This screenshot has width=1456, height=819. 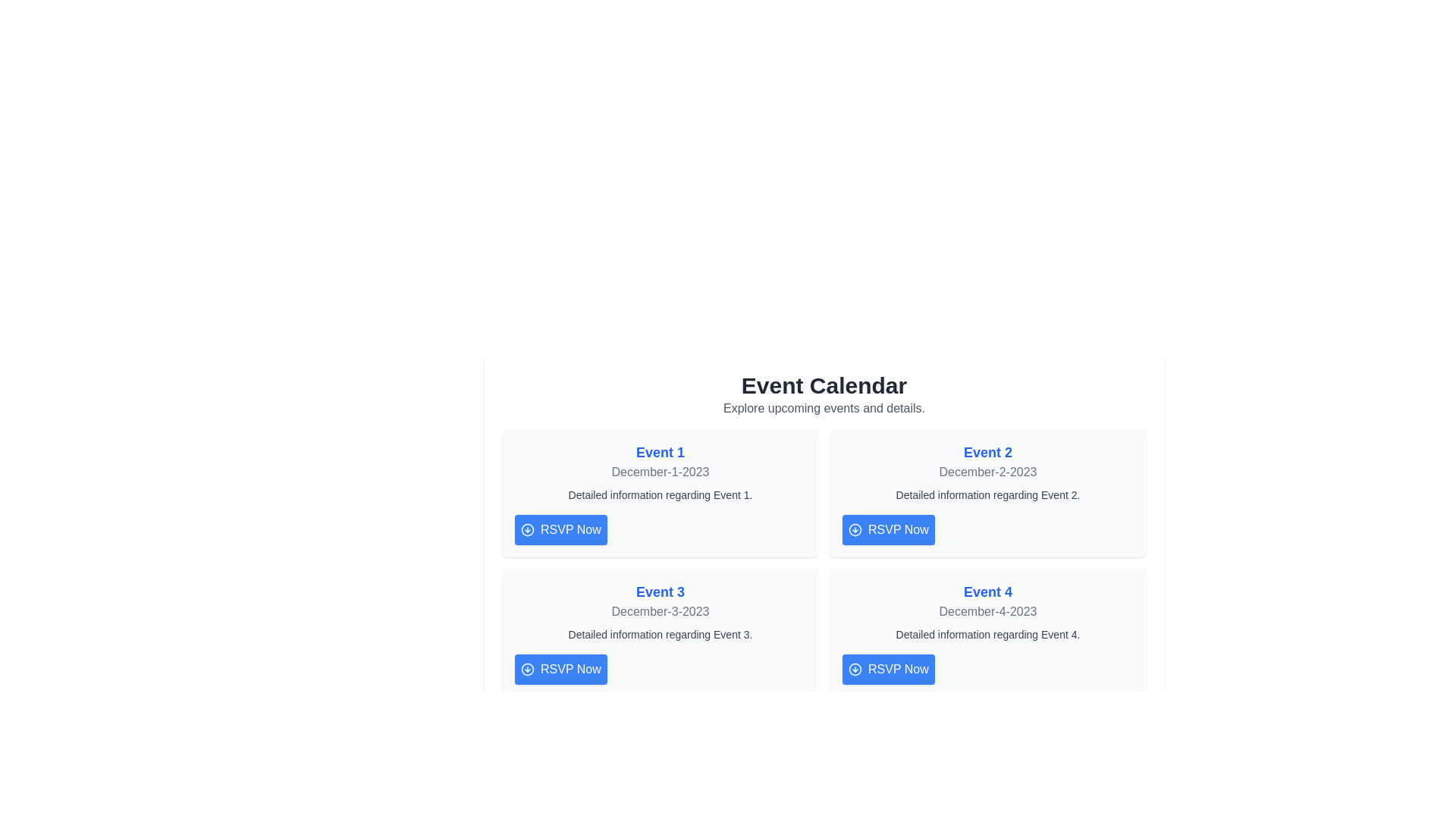 I want to click on the circular icon with a blue outline and white background, located inside the RSVP button of the fourth event card in the event calendar, so click(x=855, y=669).